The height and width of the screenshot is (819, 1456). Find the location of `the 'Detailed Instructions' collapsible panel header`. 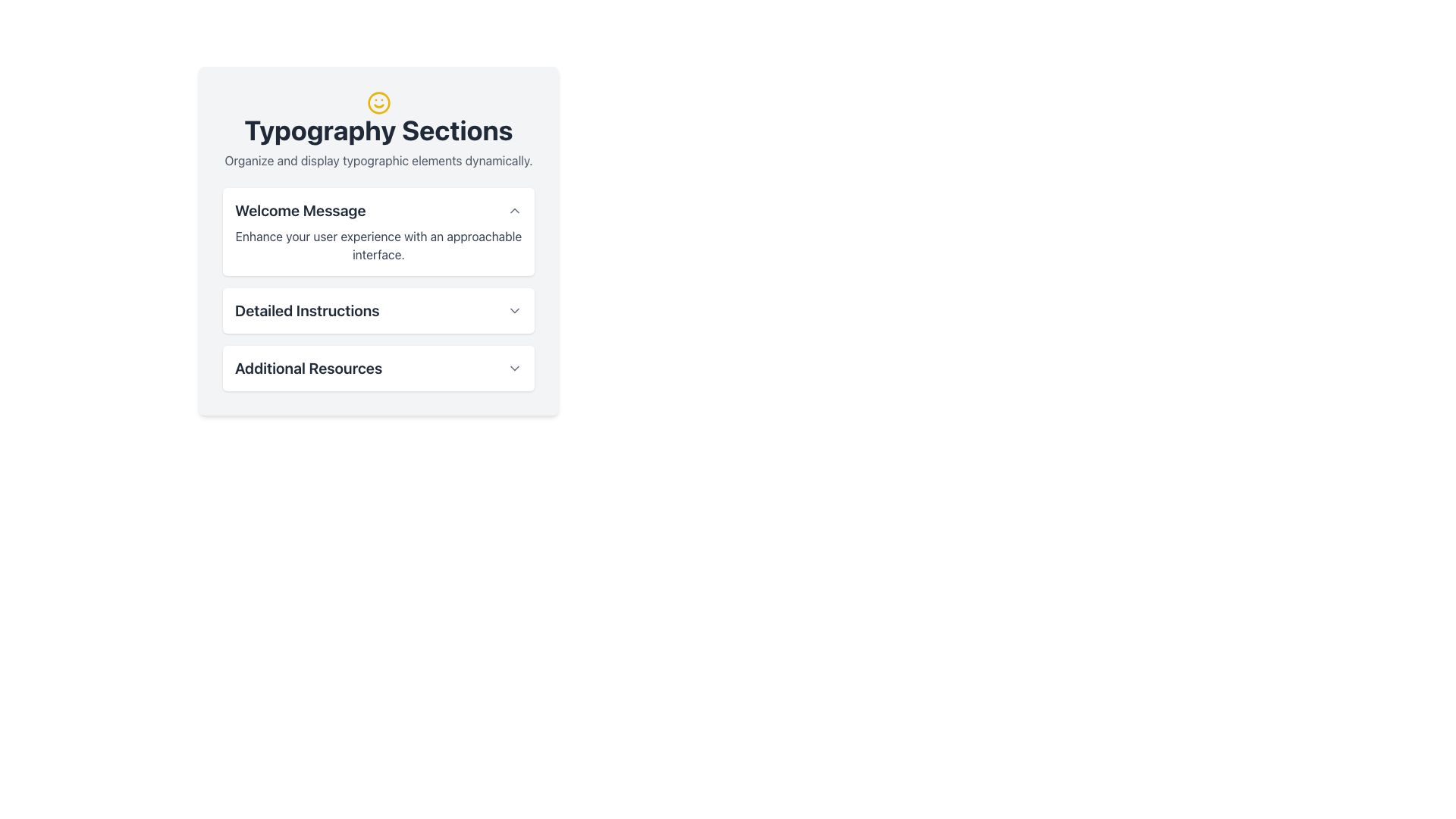

the 'Detailed Instructions' collapsible panel header is located at coordinates (378, 309).